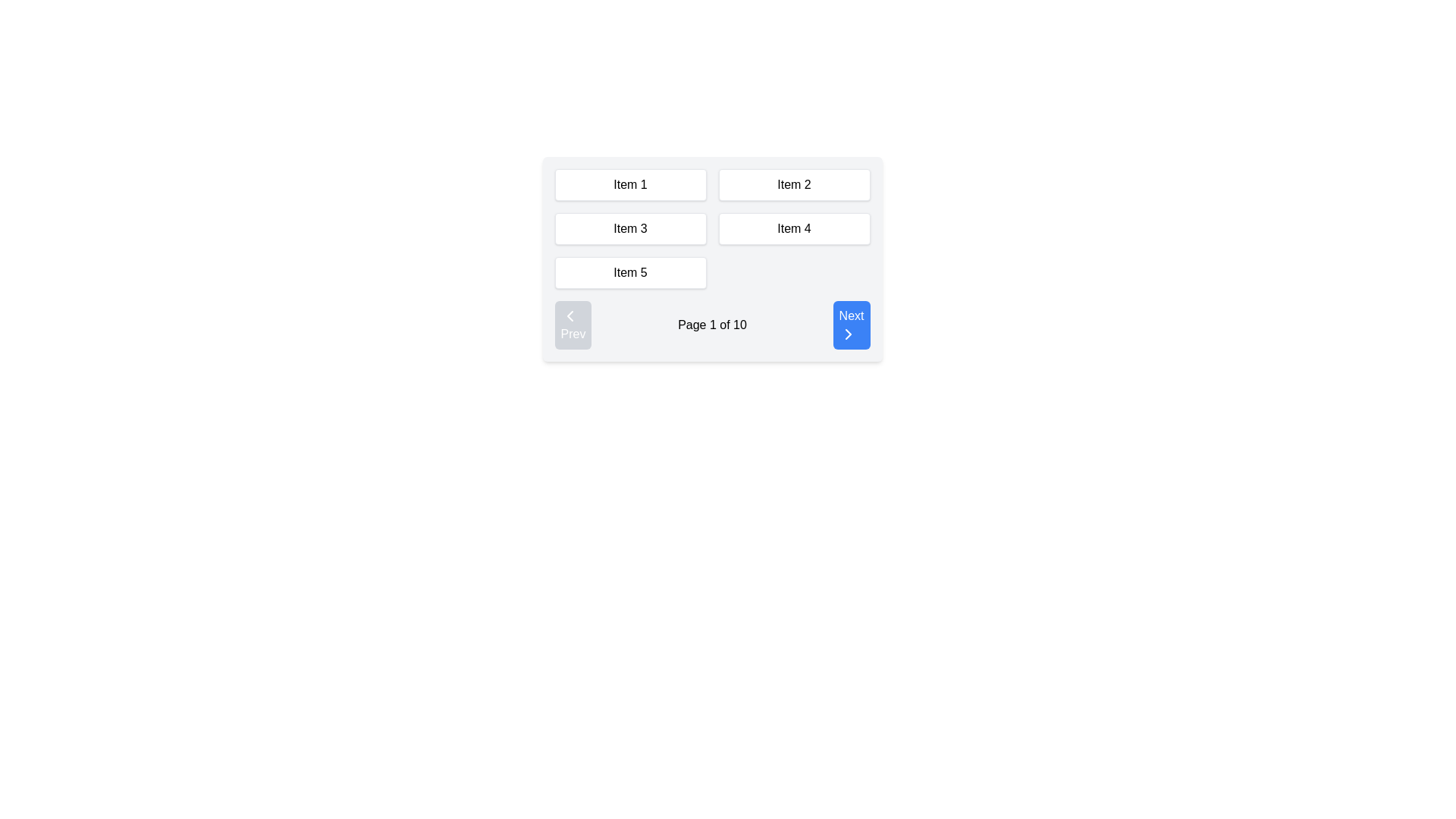 This screenshot has height=819, width=1456. I want to click on the rectangular button labeled 'Item 3' with a white background and black text, so click(630, 228).